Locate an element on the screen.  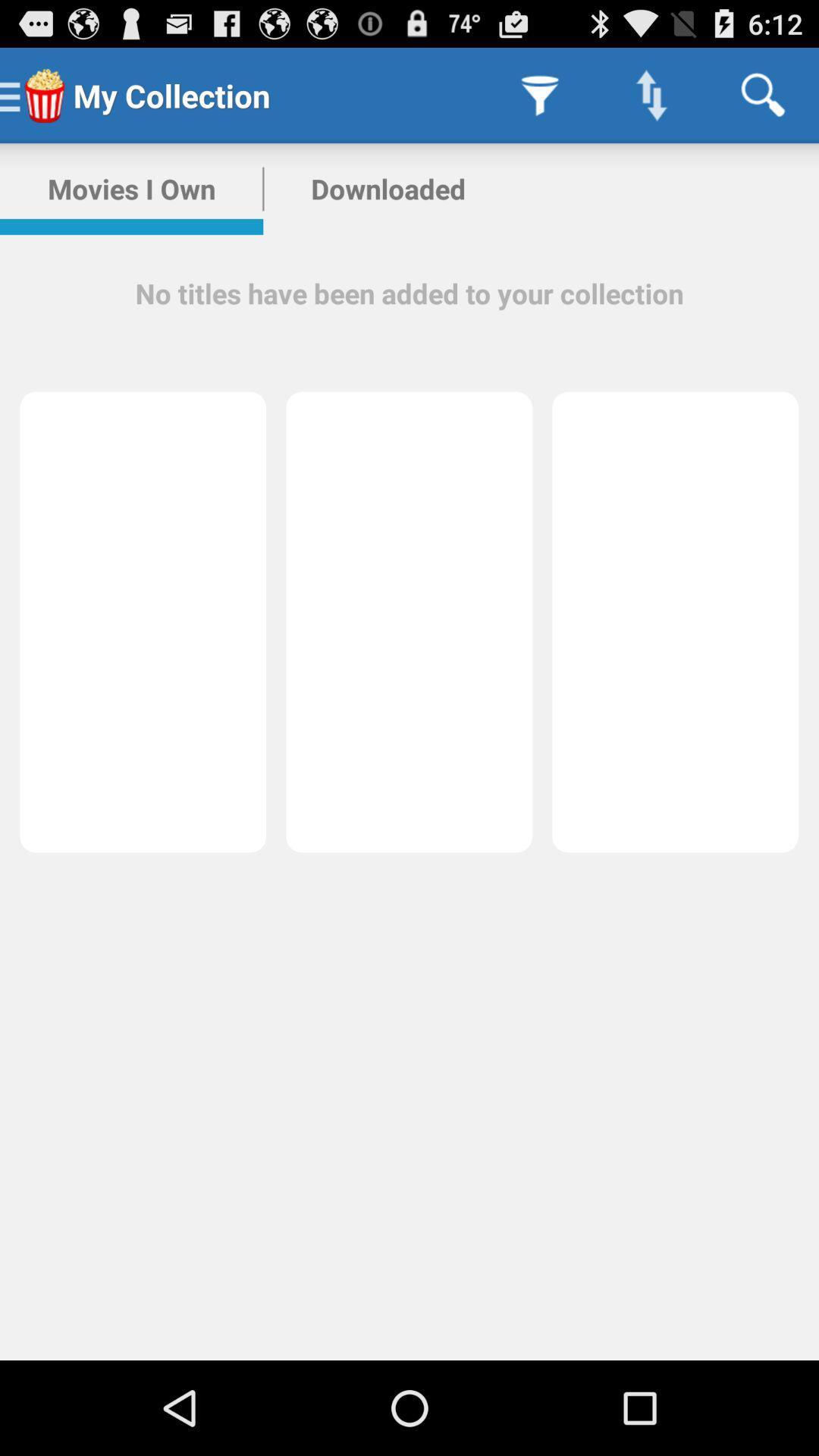
the downloaded app is located at coordinates (388, 188).